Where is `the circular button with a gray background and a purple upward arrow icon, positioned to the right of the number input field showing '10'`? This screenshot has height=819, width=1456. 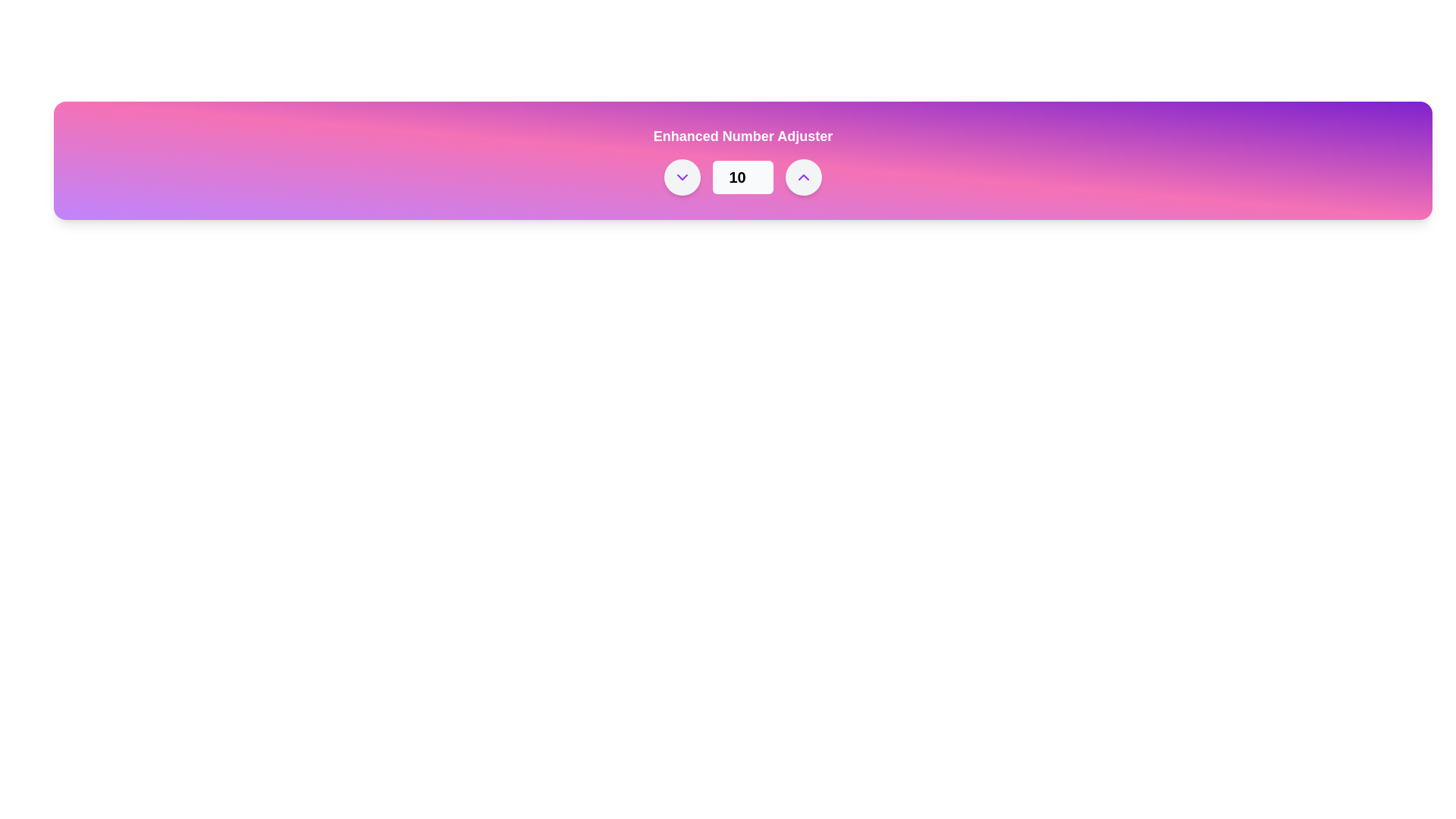
the circular button with a gray background and a purple upward arrow icon, positioned to the right of the number input field showing '10' is located at coordinates (803, 177).